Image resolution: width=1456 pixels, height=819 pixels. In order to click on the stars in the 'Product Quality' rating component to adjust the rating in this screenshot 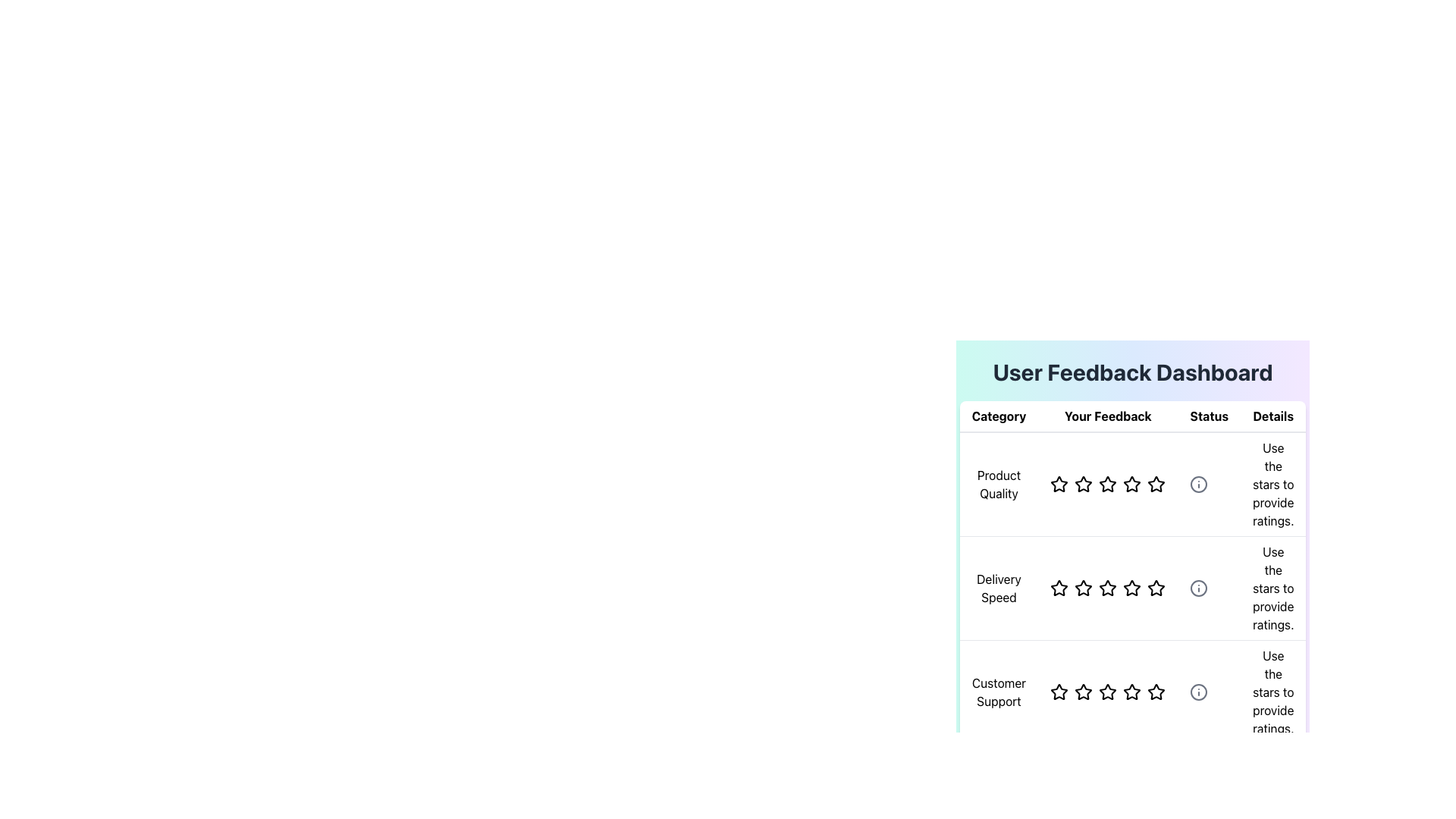, I will do `click(1132, 484)`.